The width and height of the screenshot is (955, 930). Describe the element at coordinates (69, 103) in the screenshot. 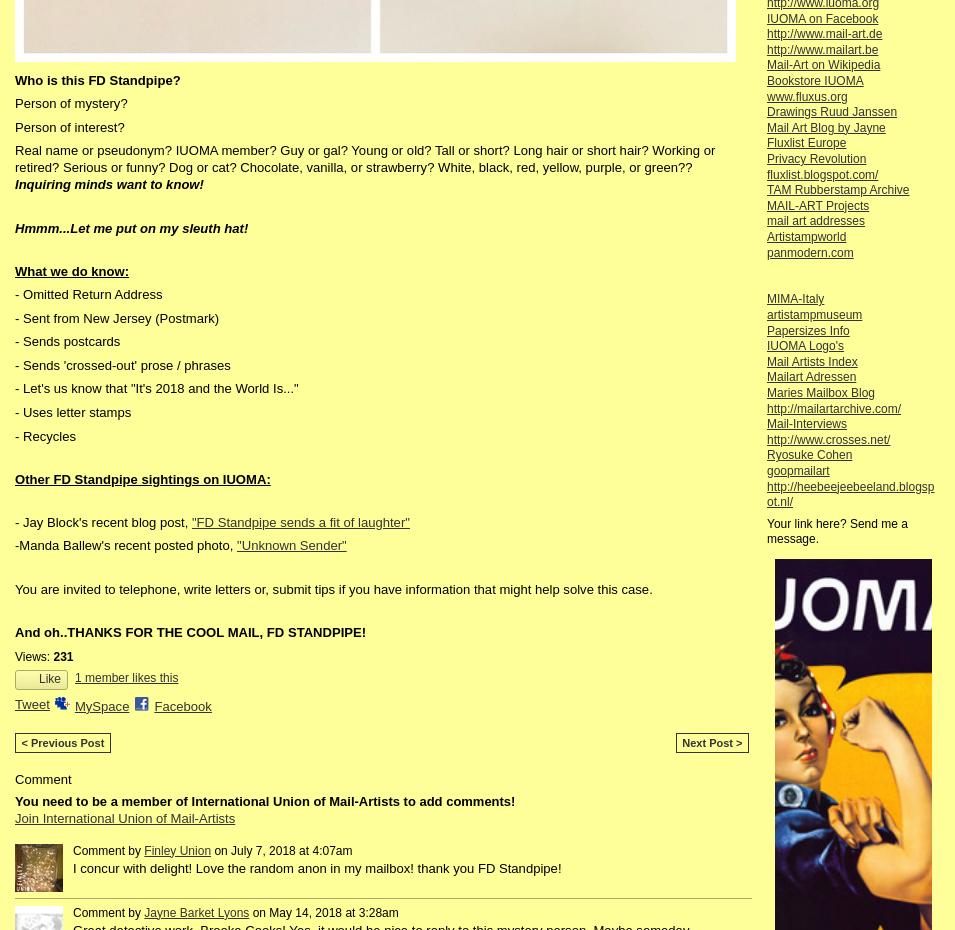

I see `'Person of mystery?'` at that location.